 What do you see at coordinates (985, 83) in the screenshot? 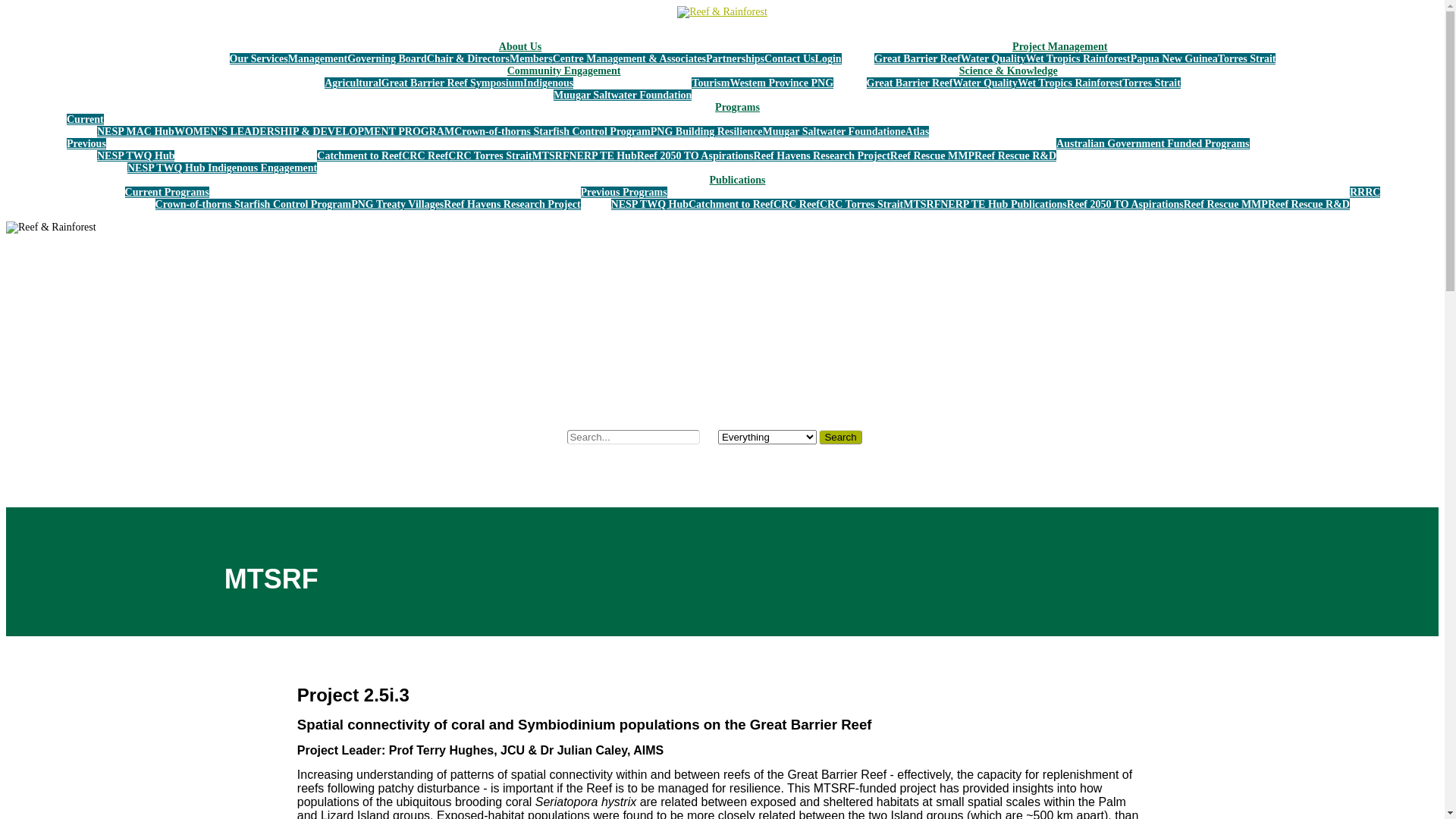
I see `'Water Quality'` at bounding box center [985, 83].